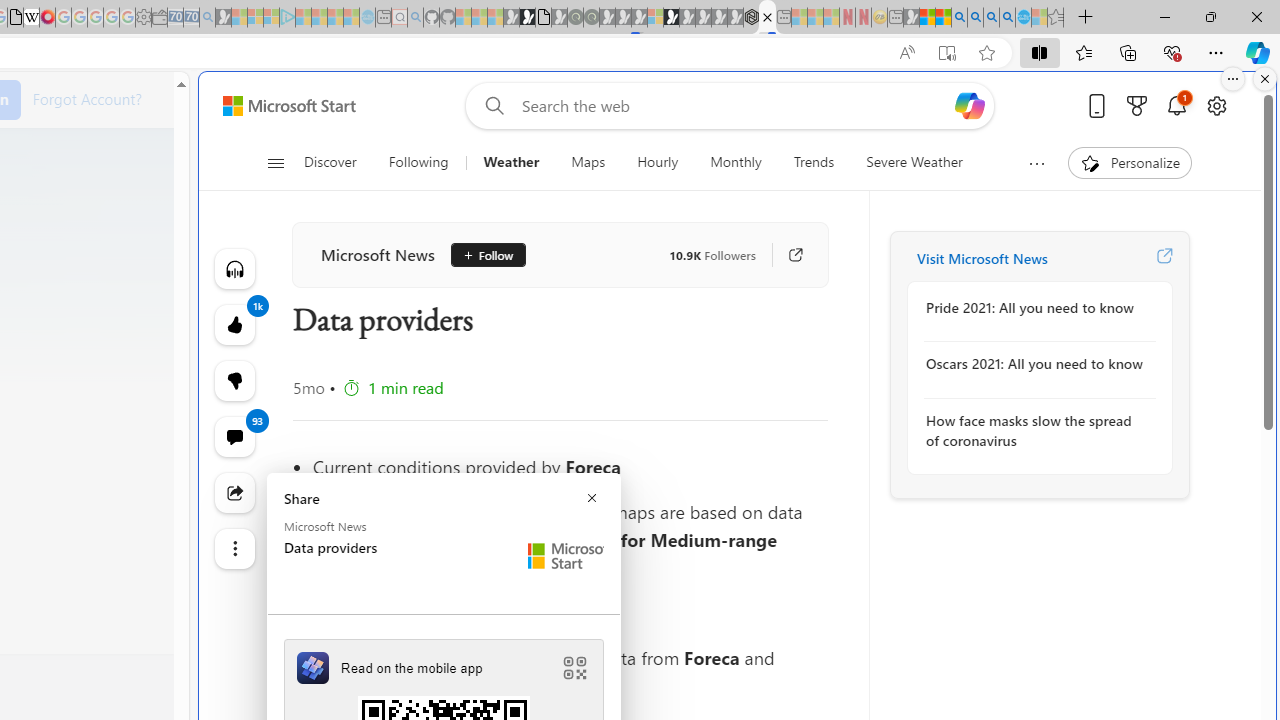 Image resolution: width=1280 pixels, height=720 pixels. What do you see at coordinates (207, 17) in the screenshot?
I see `'Bing Real Estate - Home sales and rental listings - Sleeping'` at bounding box center [207, 17].